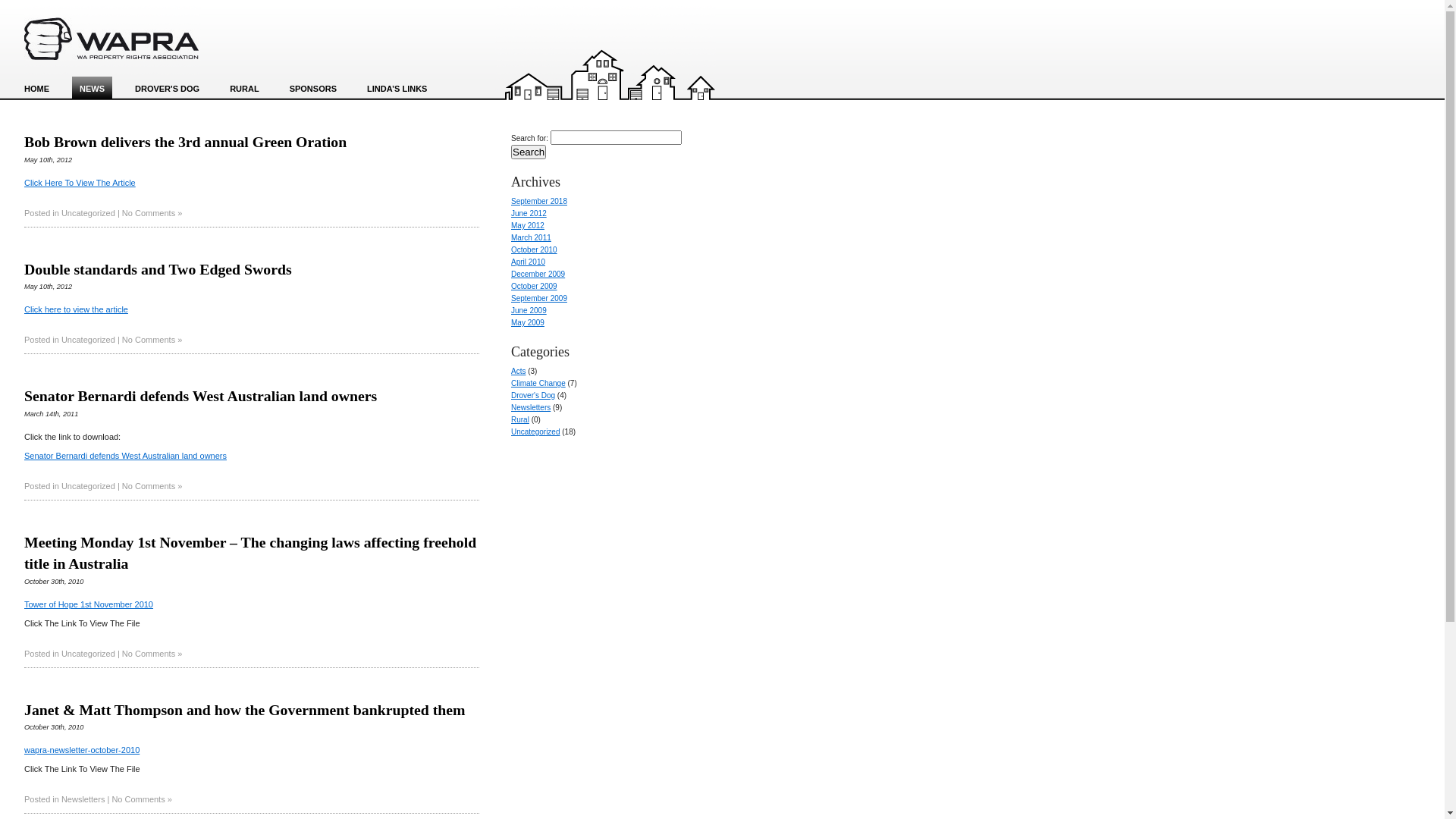  I want to click on 'October 2010', so click(534, 249).